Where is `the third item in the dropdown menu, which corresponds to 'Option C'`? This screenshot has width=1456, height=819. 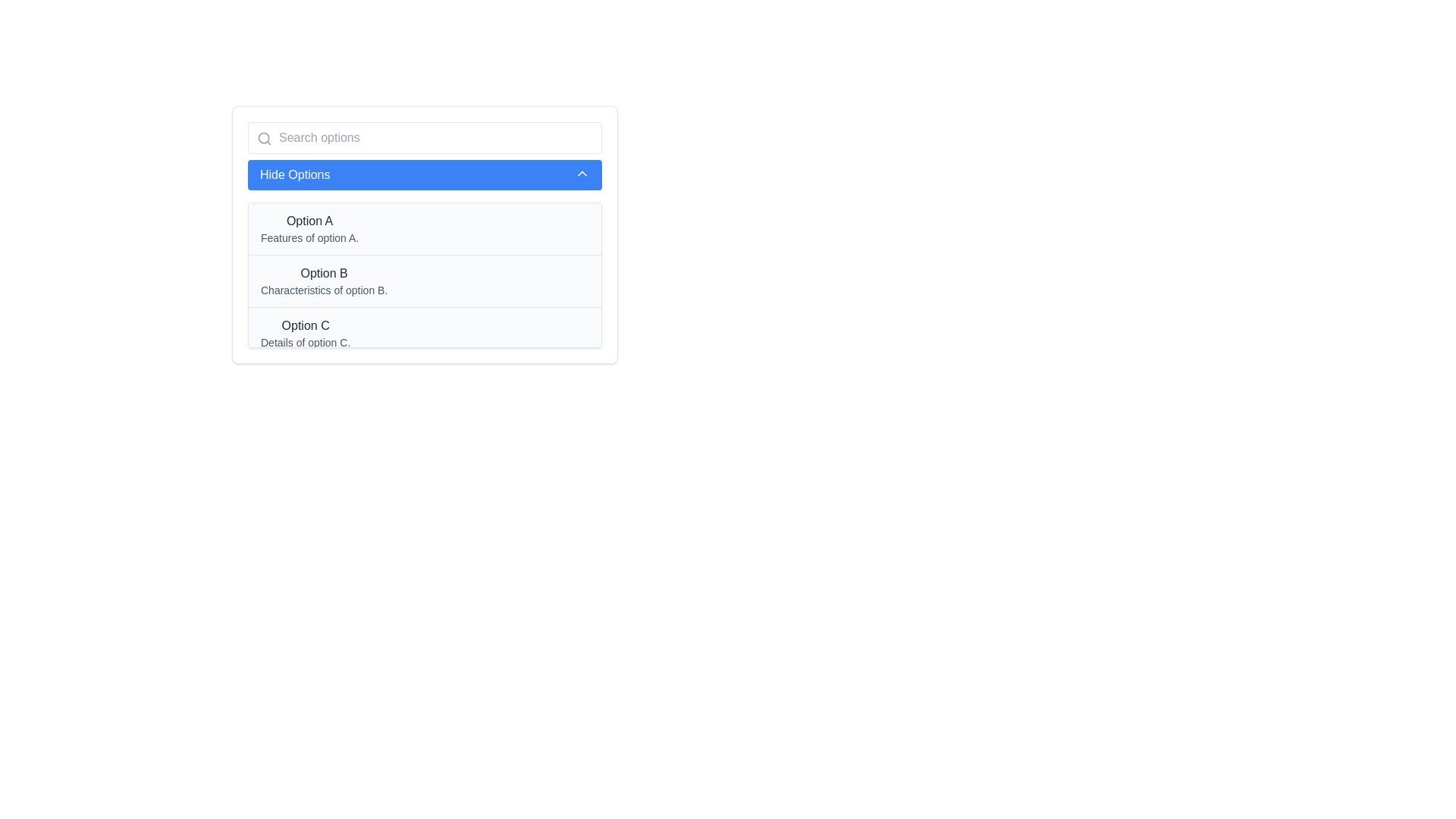
the third item in the dropdown menu, which corresponds to 'Option C' is located at coordinates (425, 332).